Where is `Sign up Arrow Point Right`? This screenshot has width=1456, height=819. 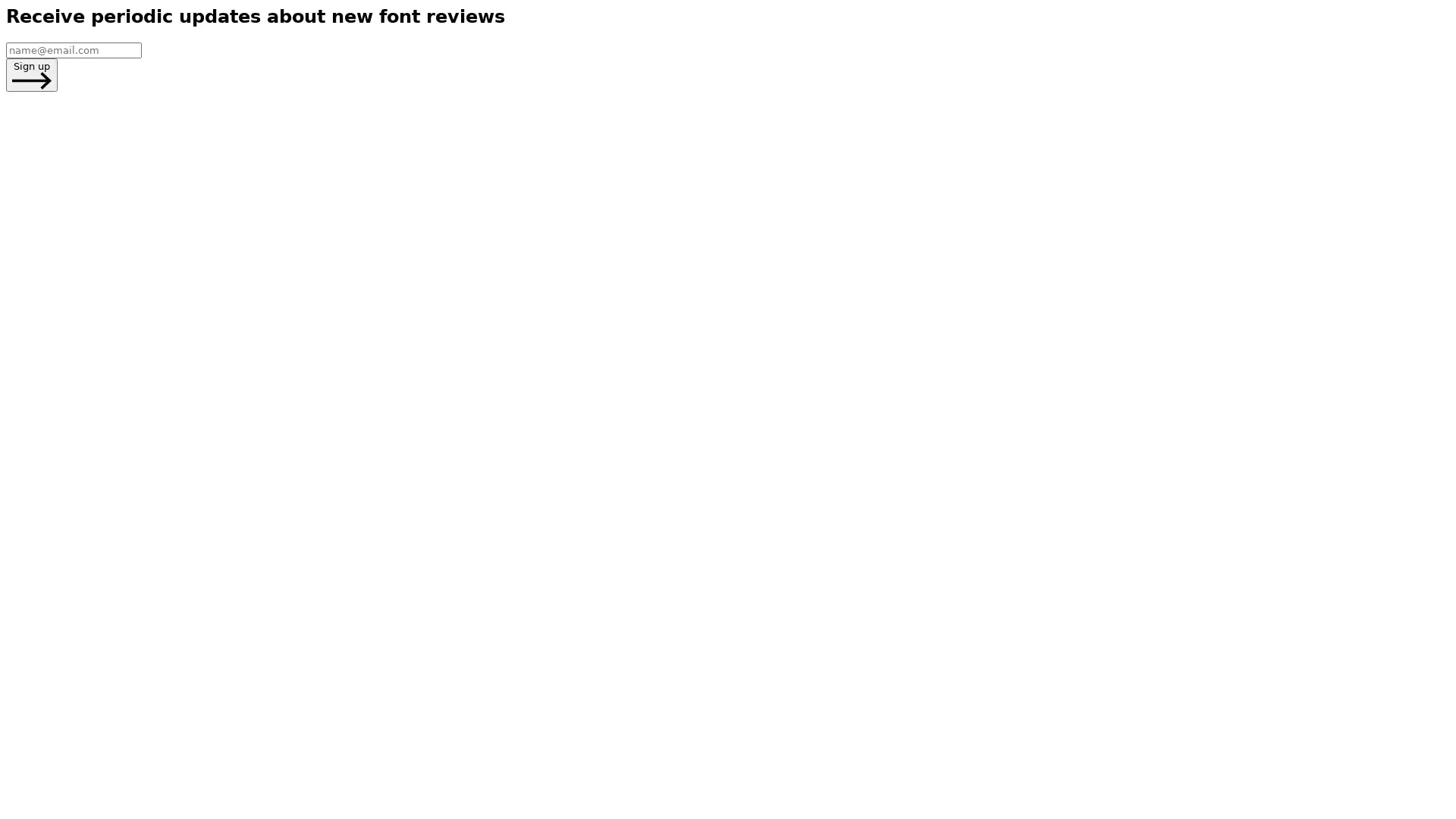
Sign up Arrow Point Right is located at coordinates (32, 74).